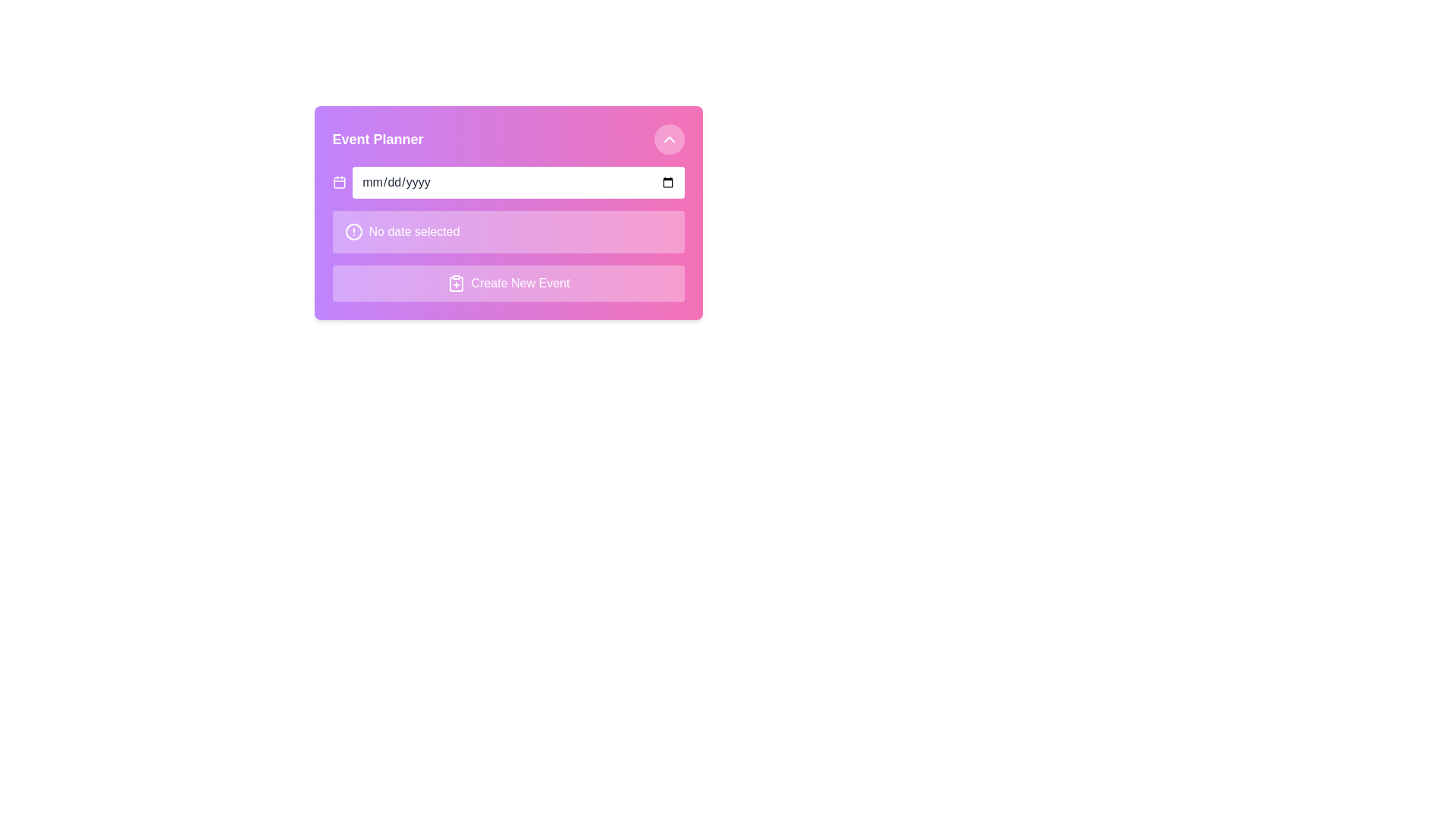  What do you see at coordinates (668, 140) in the screenshot?
I see `the circular button with an upward-pointing chevron icon located in the top-right corner of the 'Event Planner' panel` at bounding box center [668, 140].